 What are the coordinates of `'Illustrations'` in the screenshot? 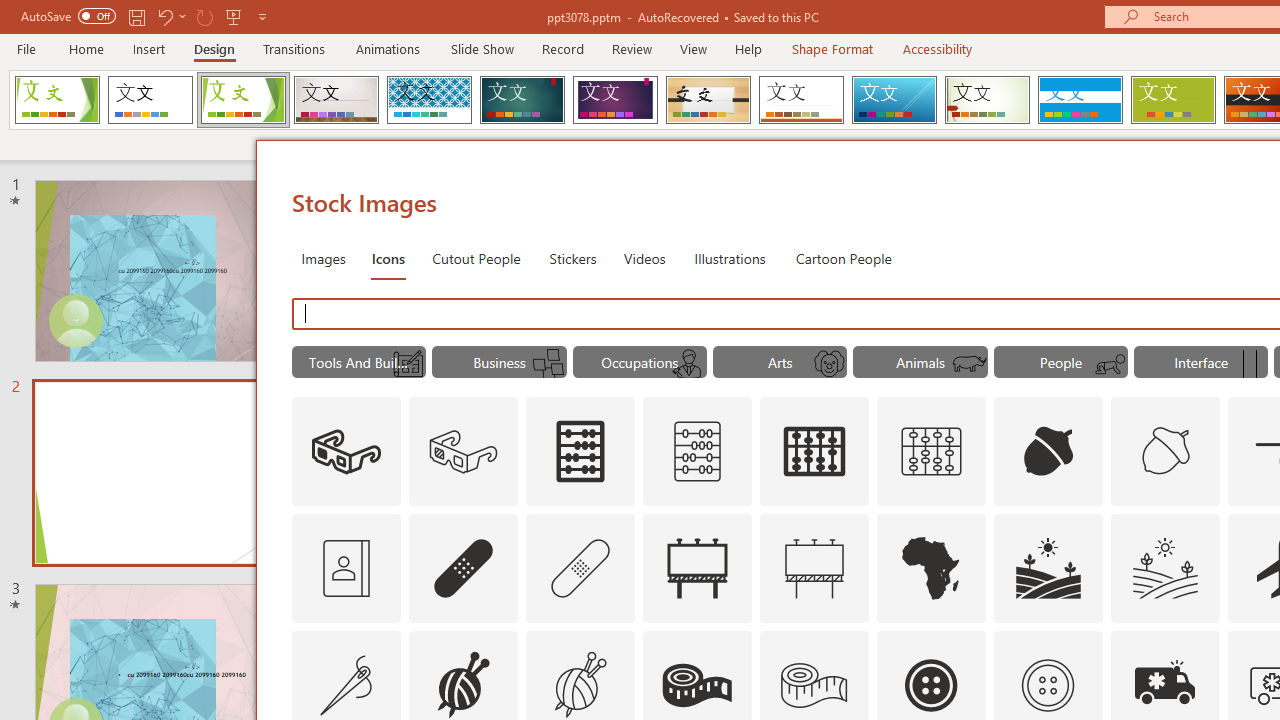 It's located at (729, 257).